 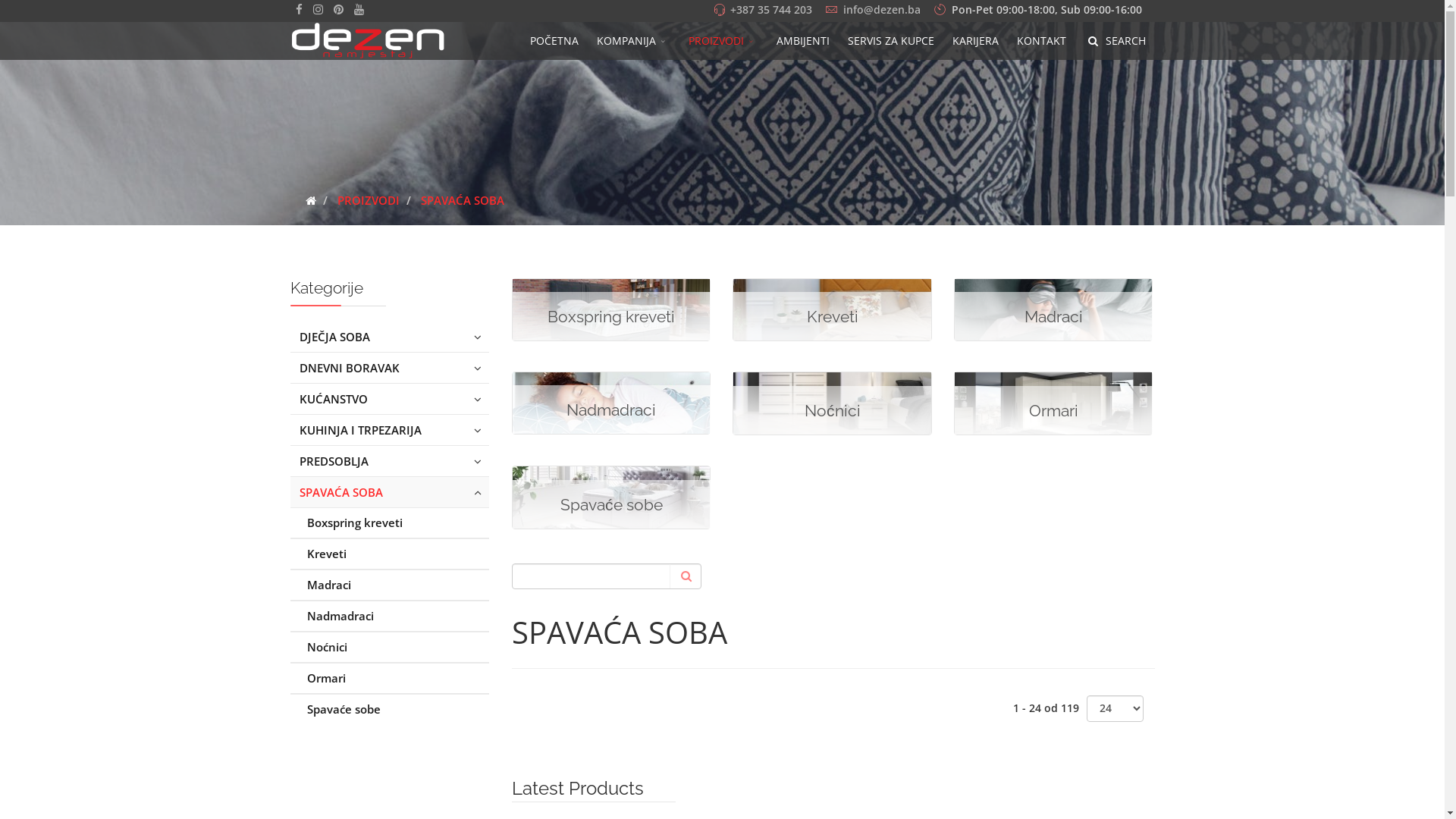 What do you see at coordinates (1074, 40) in the screenshot?
I see `'SEARCH'` at bounding box center [1074, 40].